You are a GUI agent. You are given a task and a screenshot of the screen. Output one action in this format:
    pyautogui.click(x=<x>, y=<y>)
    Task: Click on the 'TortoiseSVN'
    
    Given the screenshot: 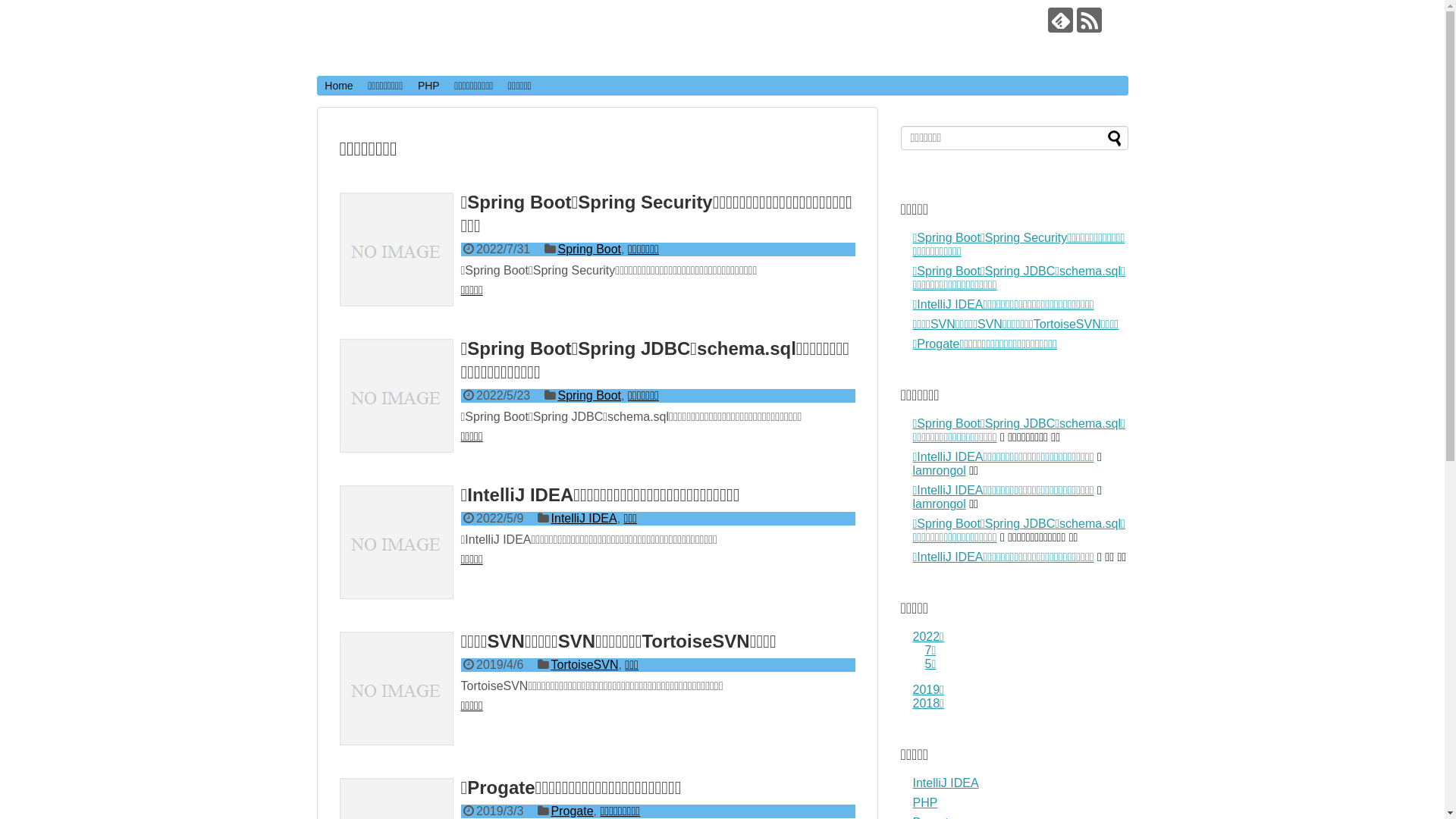 What is the action you would take?
    pyautogui.click(x=584, y=664)
    